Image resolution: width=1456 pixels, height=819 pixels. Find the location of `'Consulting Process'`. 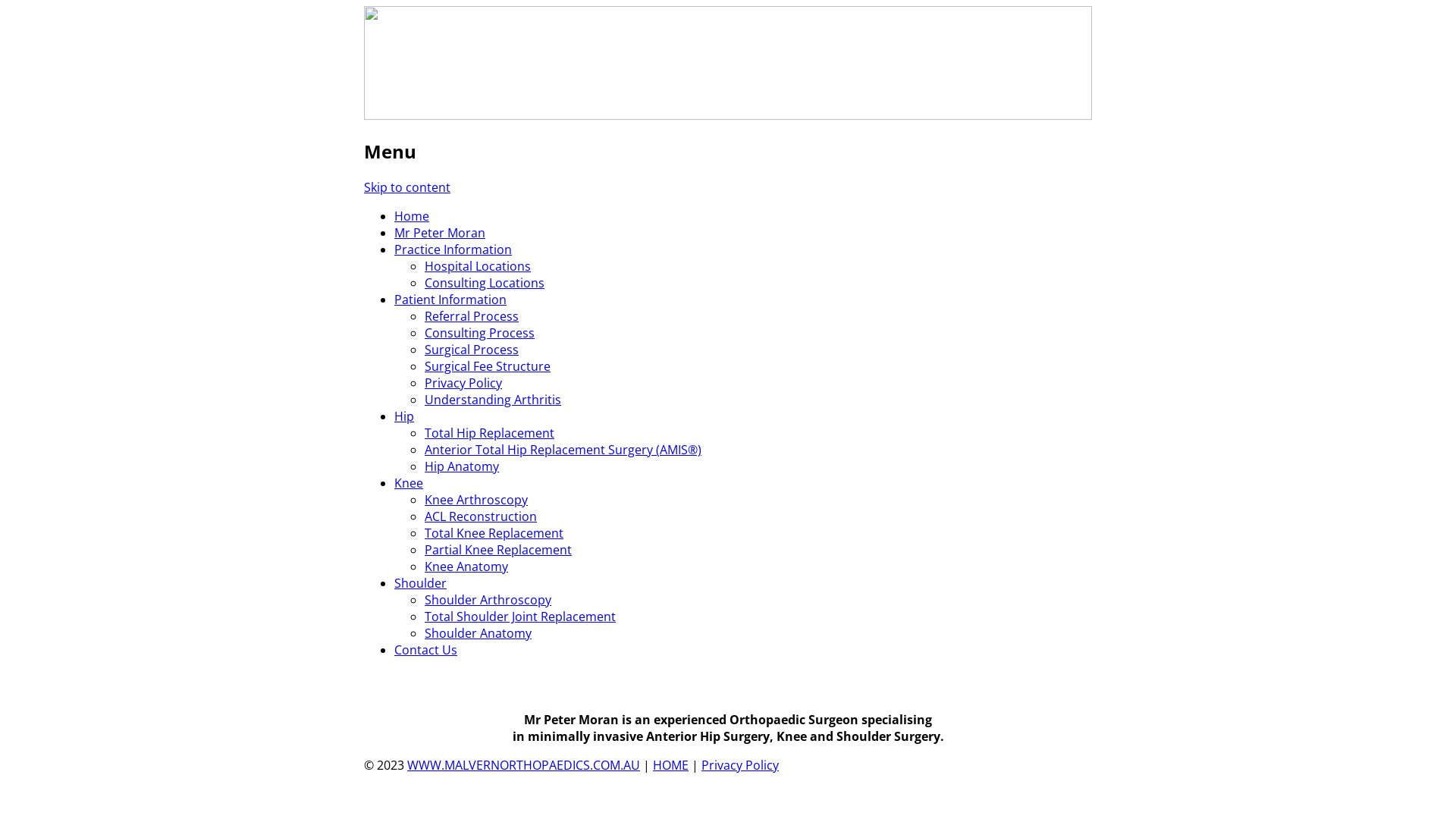

'Consulting Process' is located at coordinates (479, 332).